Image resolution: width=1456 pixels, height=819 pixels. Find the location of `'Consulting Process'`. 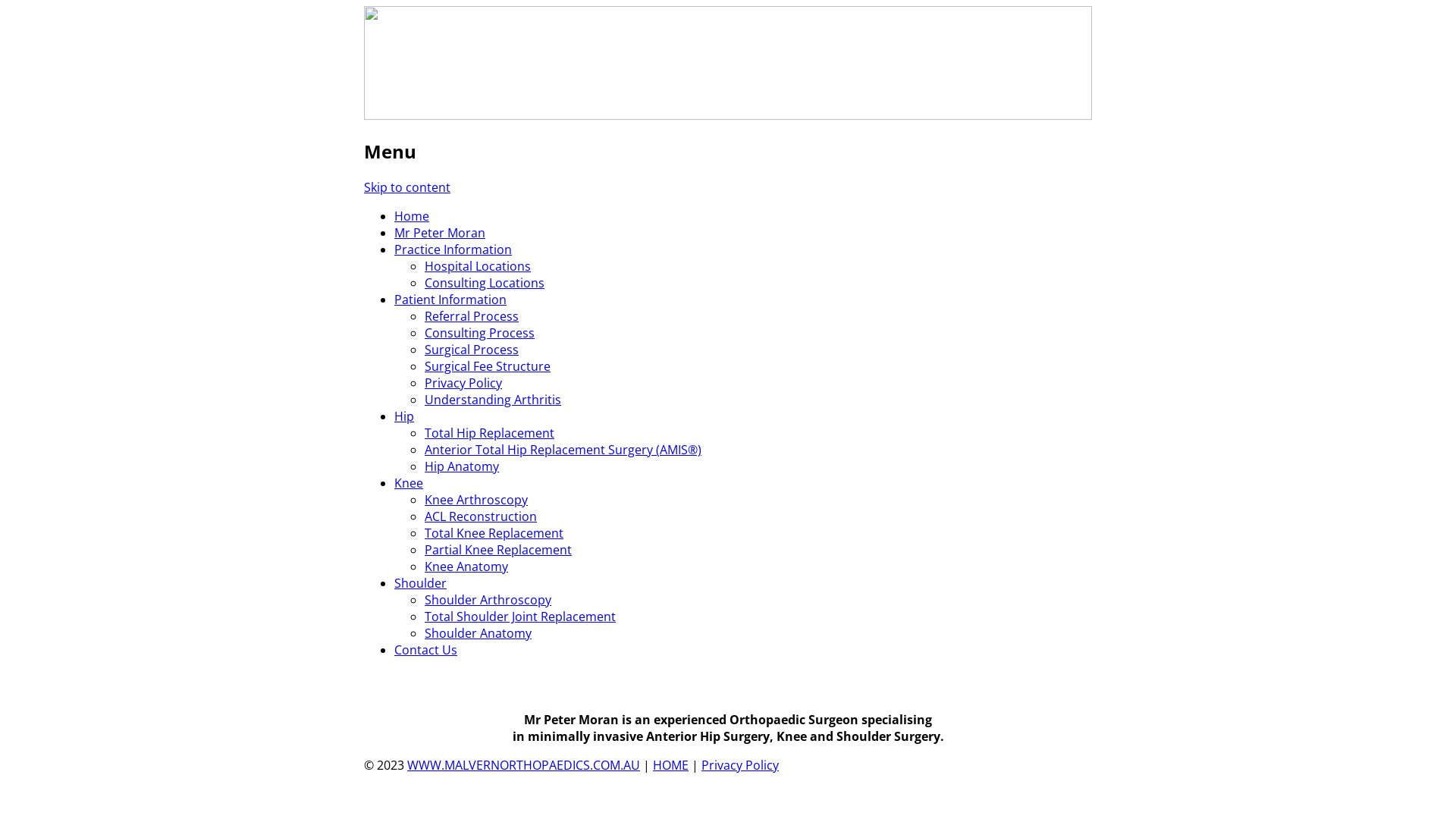

'Consulting Process' is located at coordinates (479, 332).